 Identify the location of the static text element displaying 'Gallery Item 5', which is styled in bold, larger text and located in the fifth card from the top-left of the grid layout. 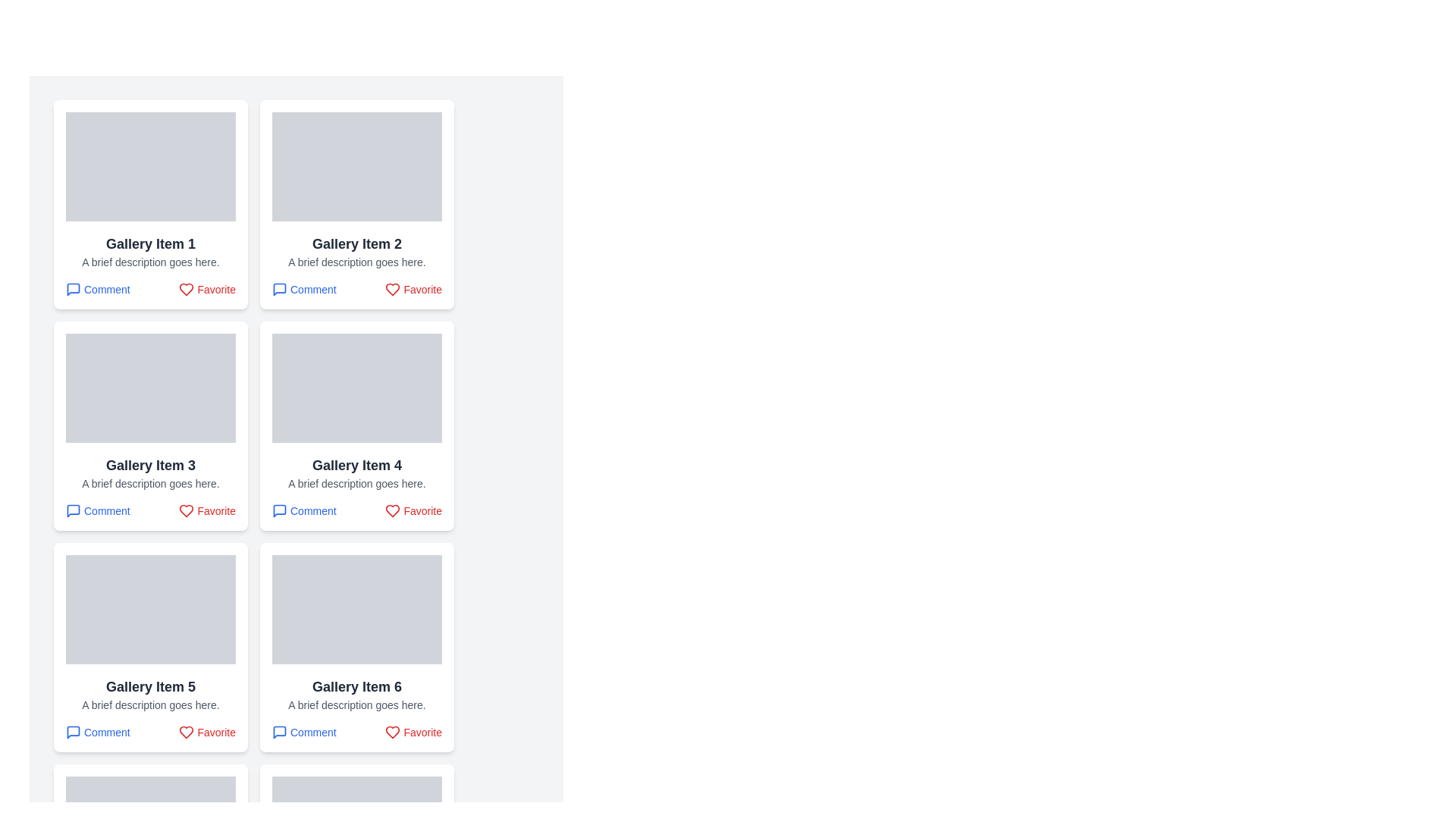
(150, 687).